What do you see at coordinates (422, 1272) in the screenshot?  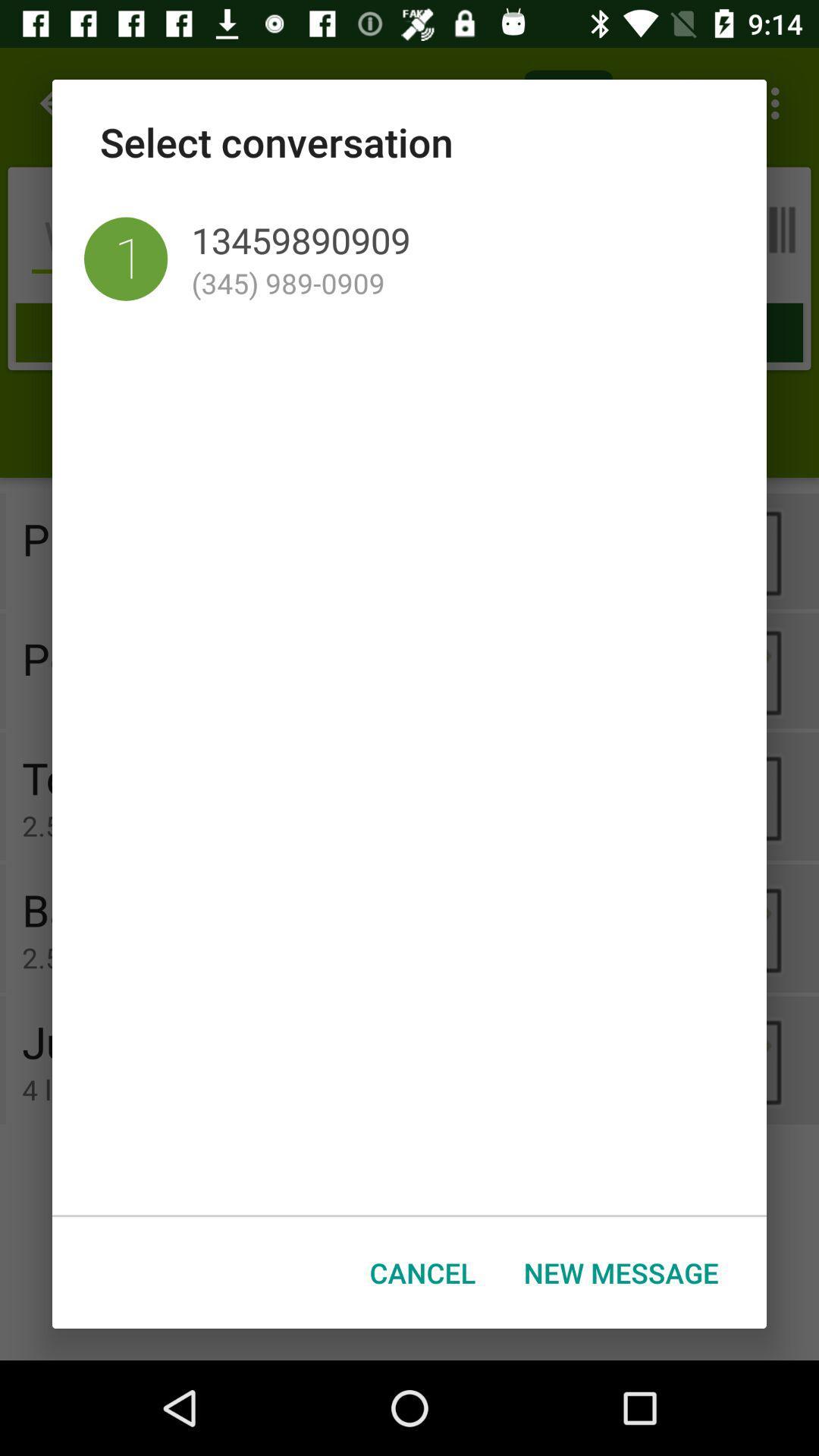 I see `the item to the left of new message button` at bounding box center [422, 1272].